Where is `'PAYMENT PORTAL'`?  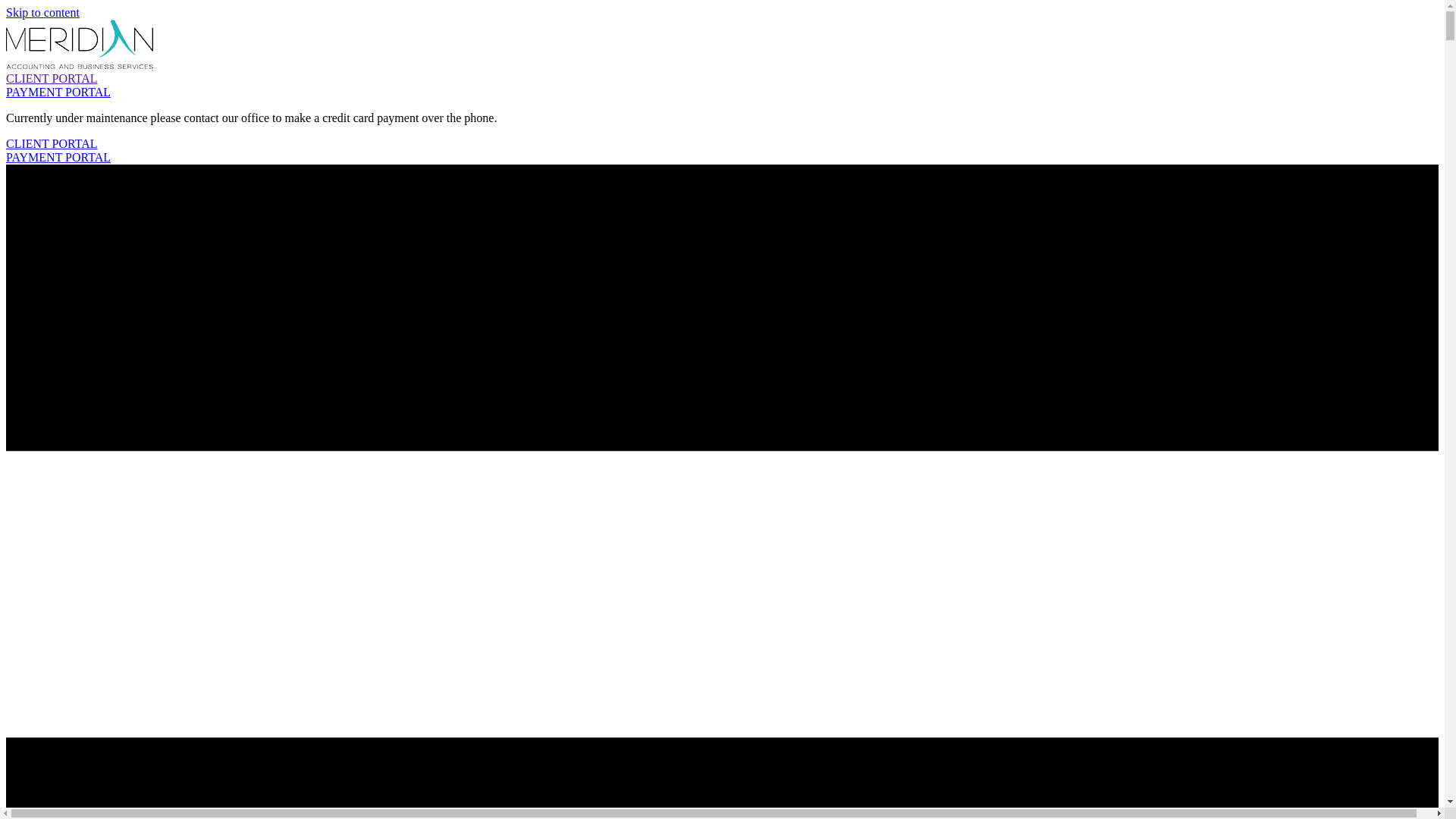
'PAYMENT PORTAL' is located at coordinates (58, 157).